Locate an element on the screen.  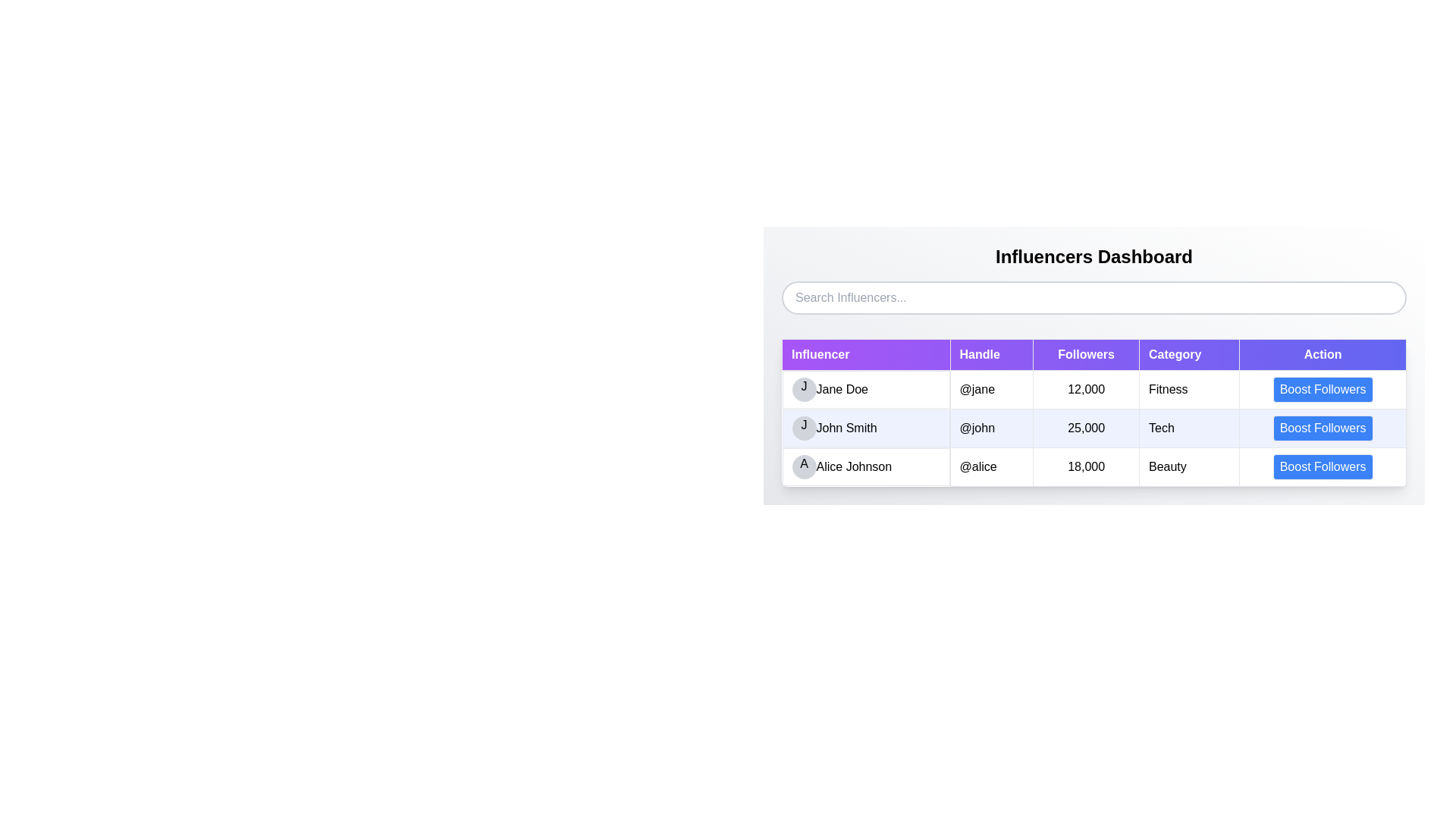
the text display field indicating 12,000 followers for the influencer 'Jane Doe', located under the 'Followers' column in the first row of the table body is located at coordinates (1085, 388).